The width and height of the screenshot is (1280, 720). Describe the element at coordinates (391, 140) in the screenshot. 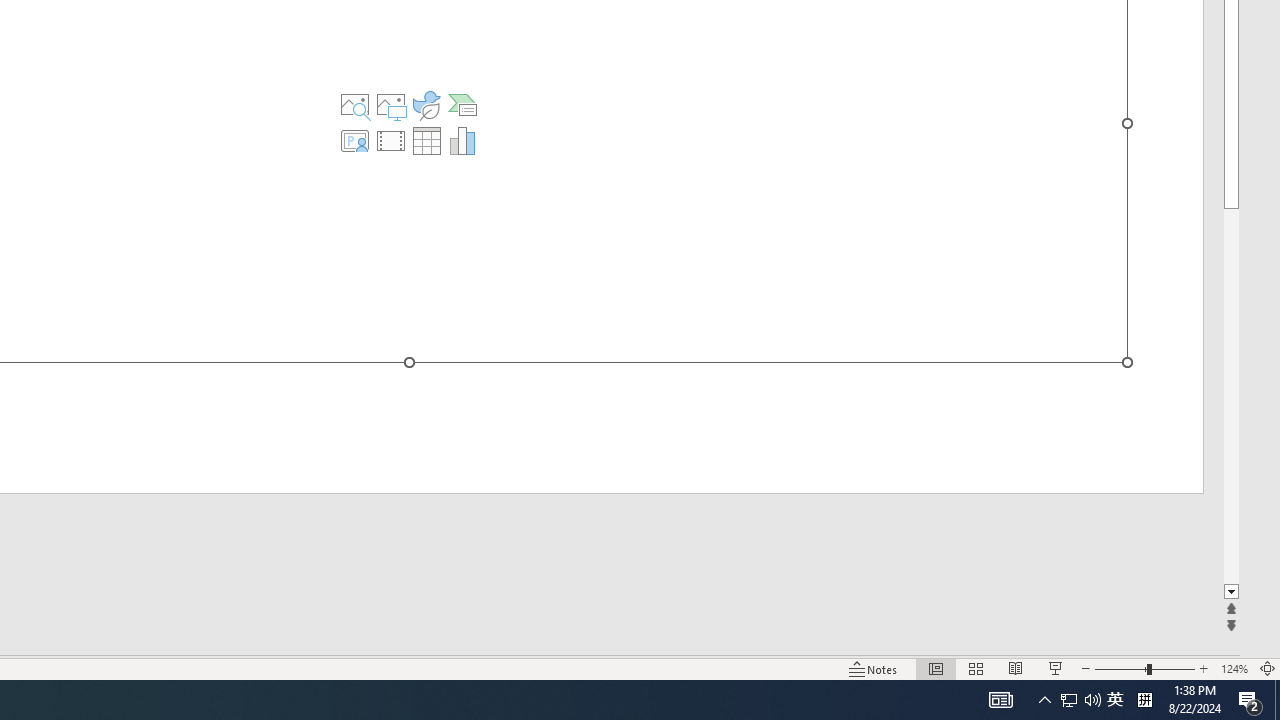

I see `'Insert Video'` at that location.